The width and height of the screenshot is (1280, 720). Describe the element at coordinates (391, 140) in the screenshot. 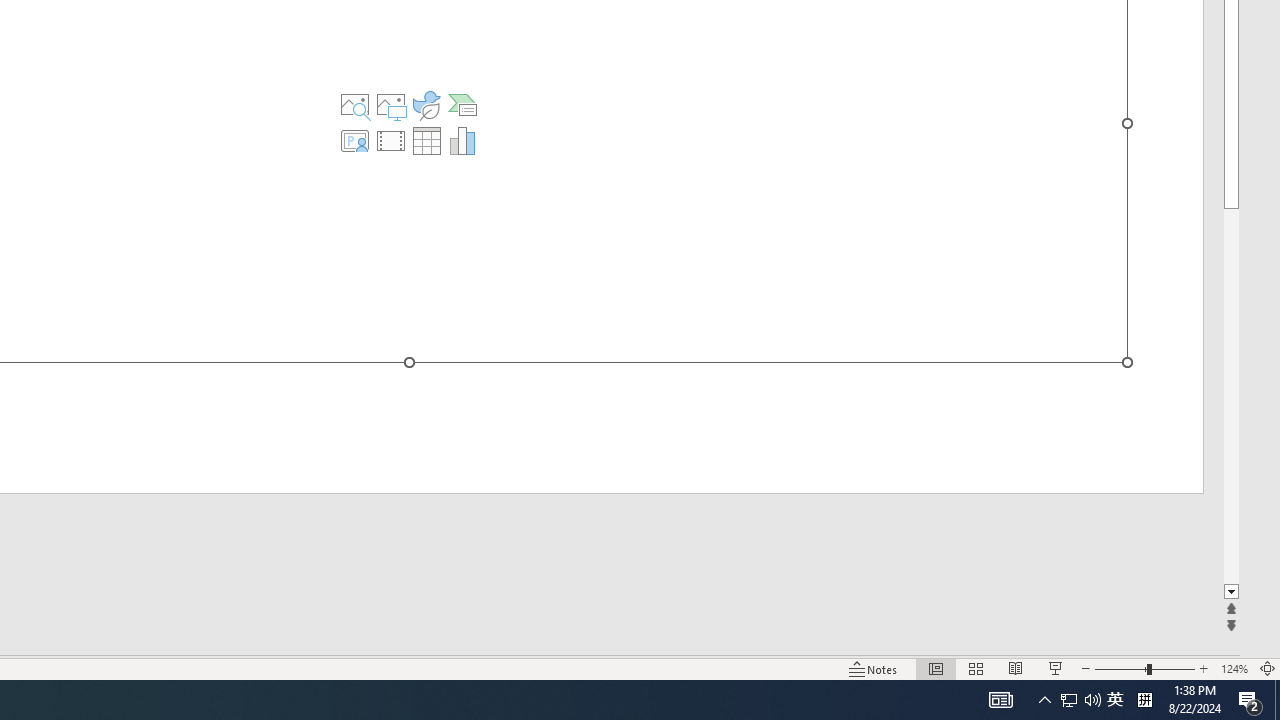

I see `'Insert Video'` at that location.